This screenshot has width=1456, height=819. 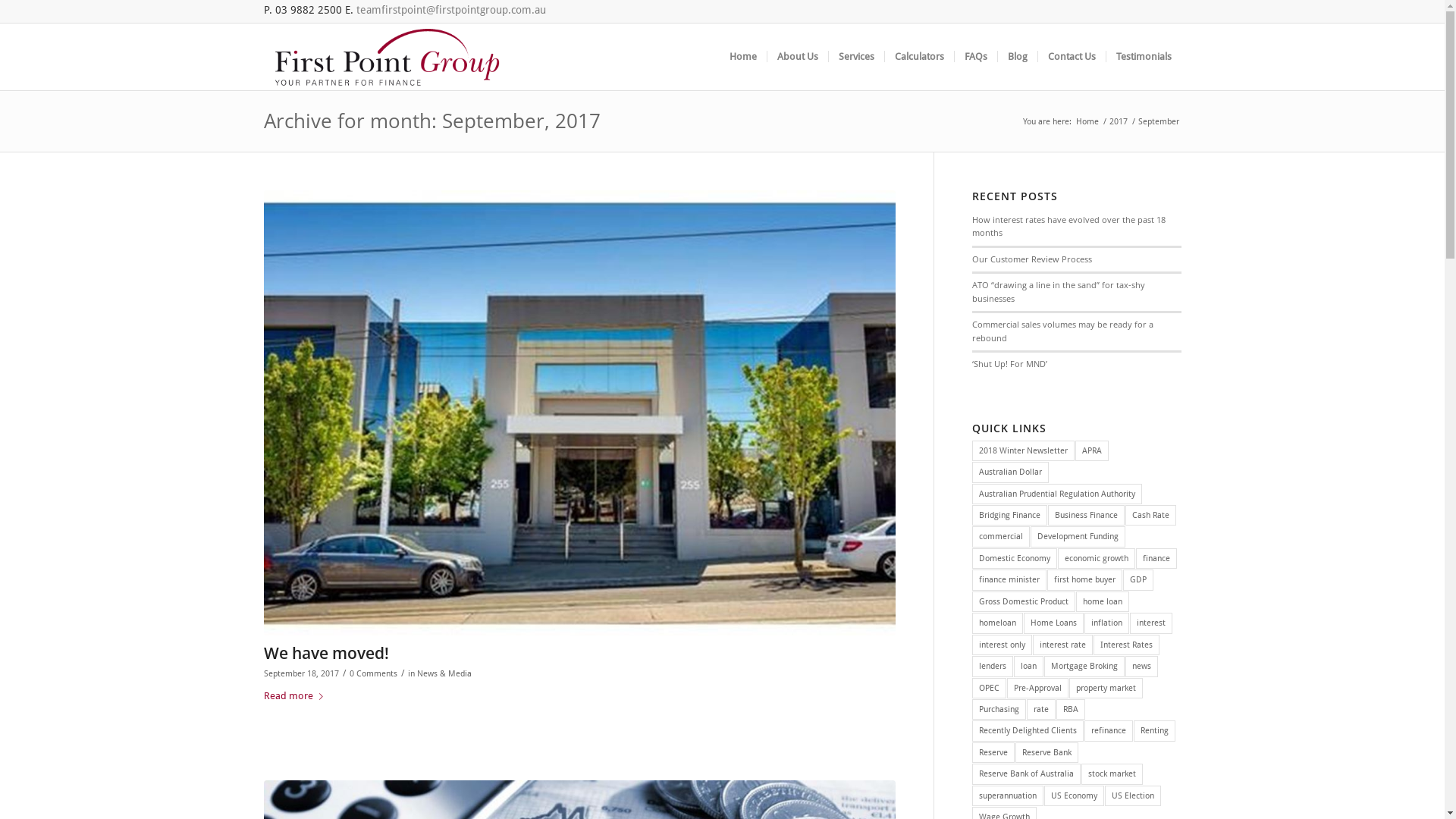 What do you see at coordinates (975, 55) in the screenshot?
I see `'FAQs'` at bounding box center [975, 55].